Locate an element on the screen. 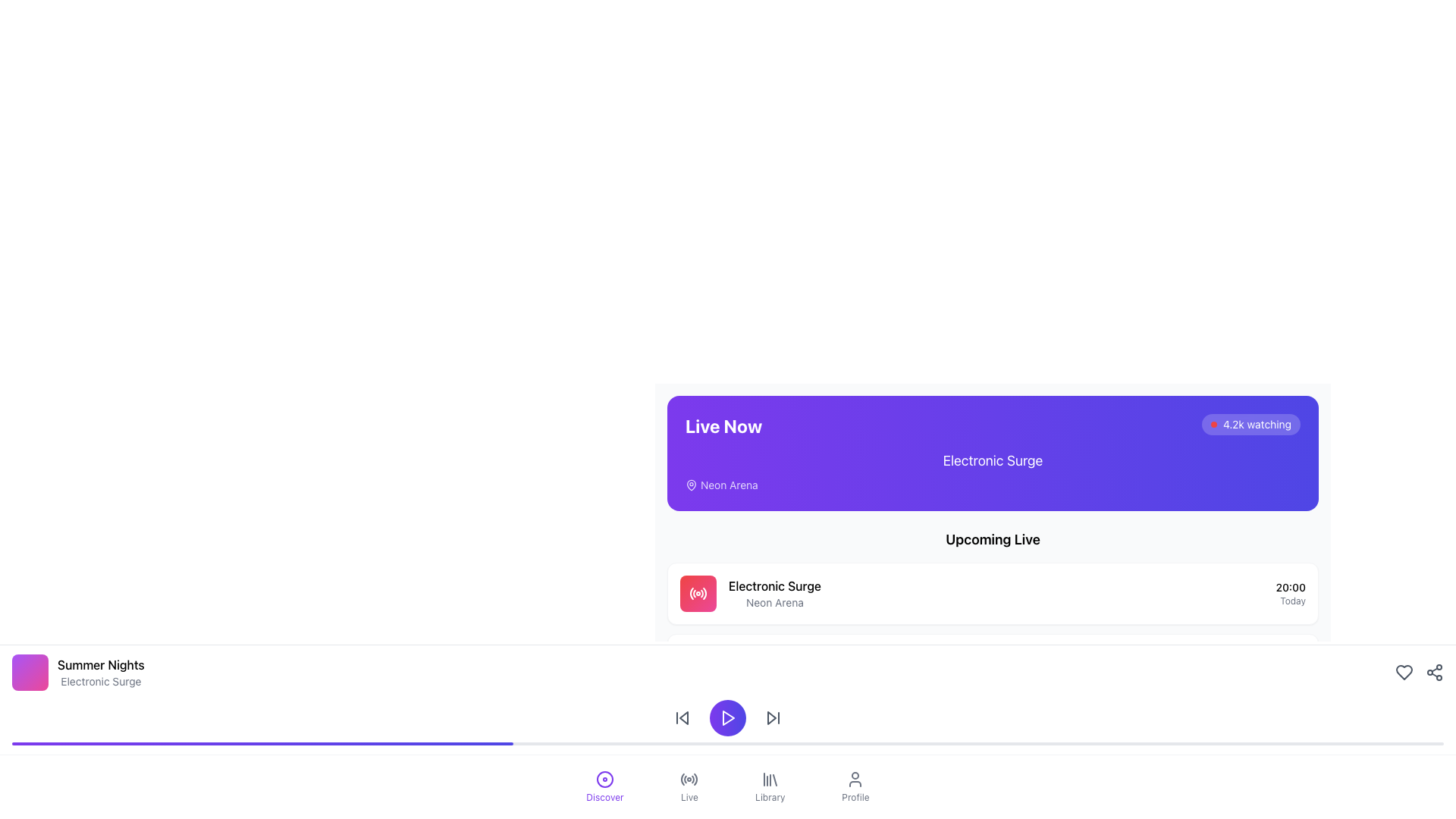 The image size is (1456, 819). the 'Rock Legends' event card, which is the third card in a vertical list of event cards, featuring a white background and rounded corners is located at coordinates (993, 736).